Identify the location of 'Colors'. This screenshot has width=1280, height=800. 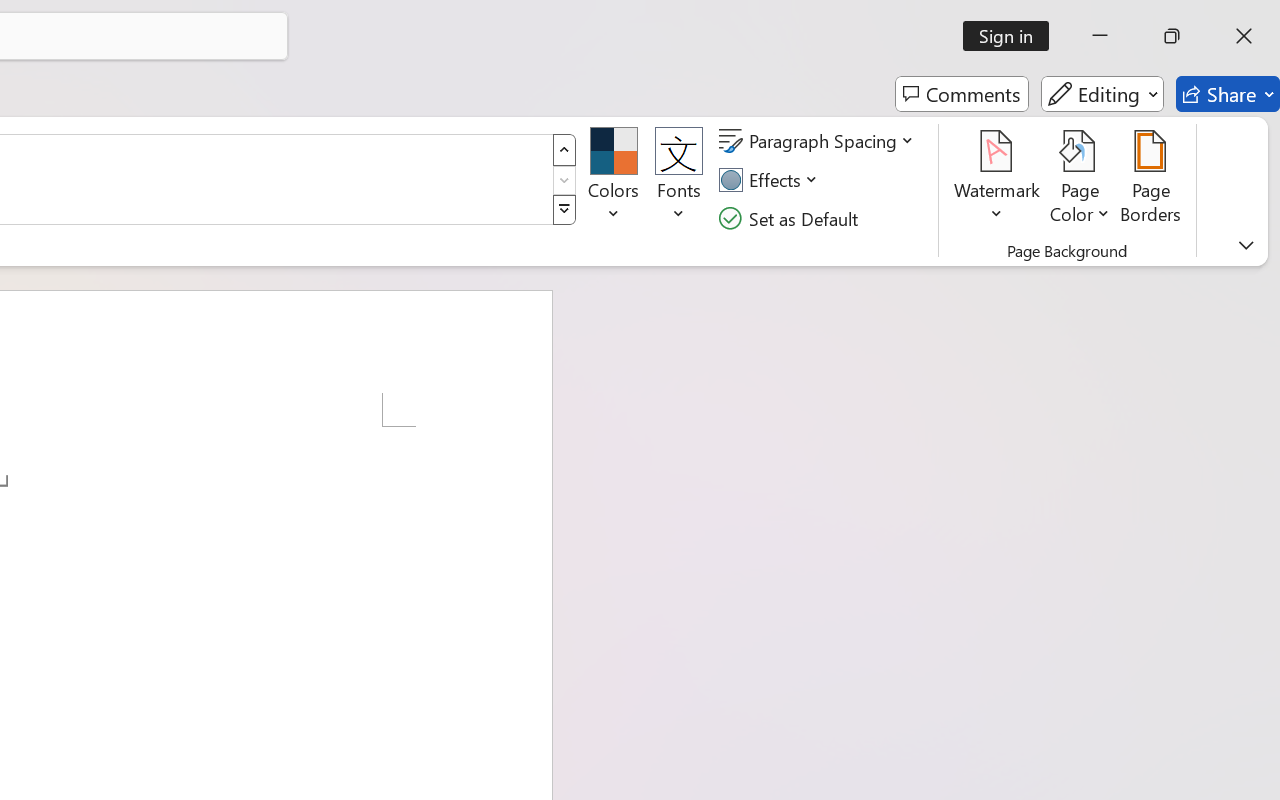
(612, 179).